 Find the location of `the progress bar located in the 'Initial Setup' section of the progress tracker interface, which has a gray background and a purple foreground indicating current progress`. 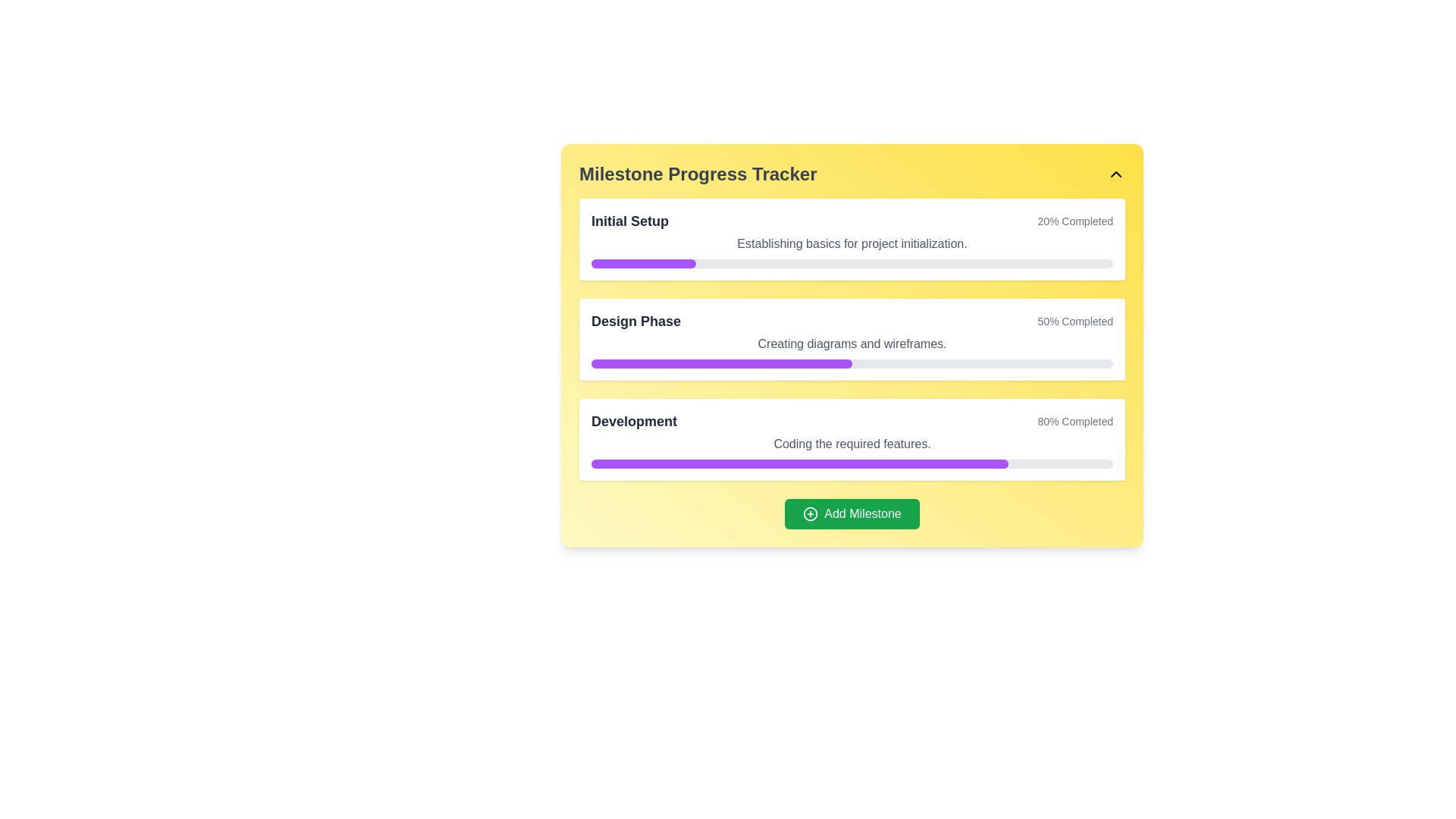

the progress bar located in the 'Initial Setup' section of the progress tracker interface, which has a gray background and a purple foreground indicating current progress is located at coordinates (852, 262).